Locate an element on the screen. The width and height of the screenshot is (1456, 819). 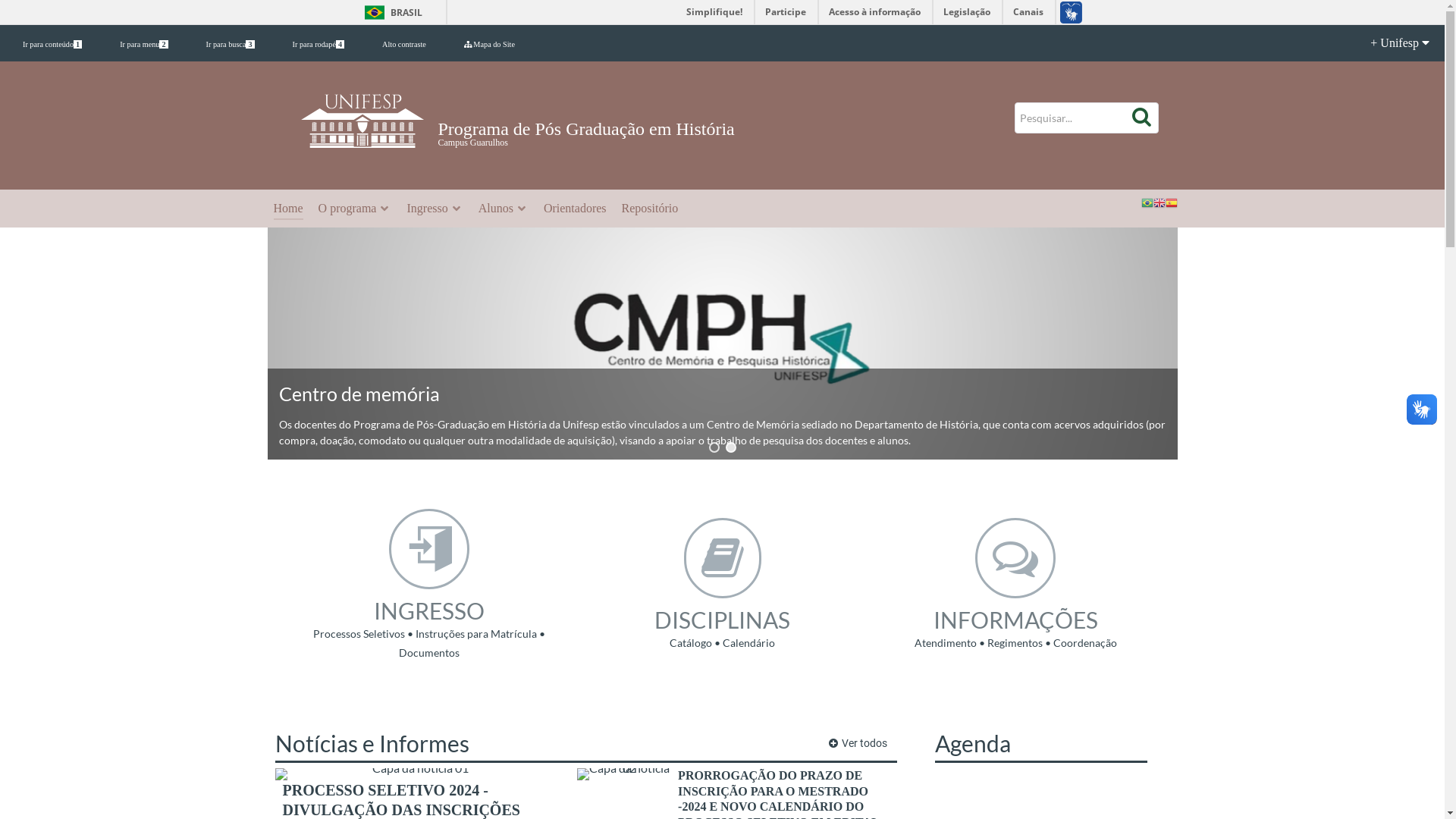
'Orientadores' is located at coordinates (574, 209).